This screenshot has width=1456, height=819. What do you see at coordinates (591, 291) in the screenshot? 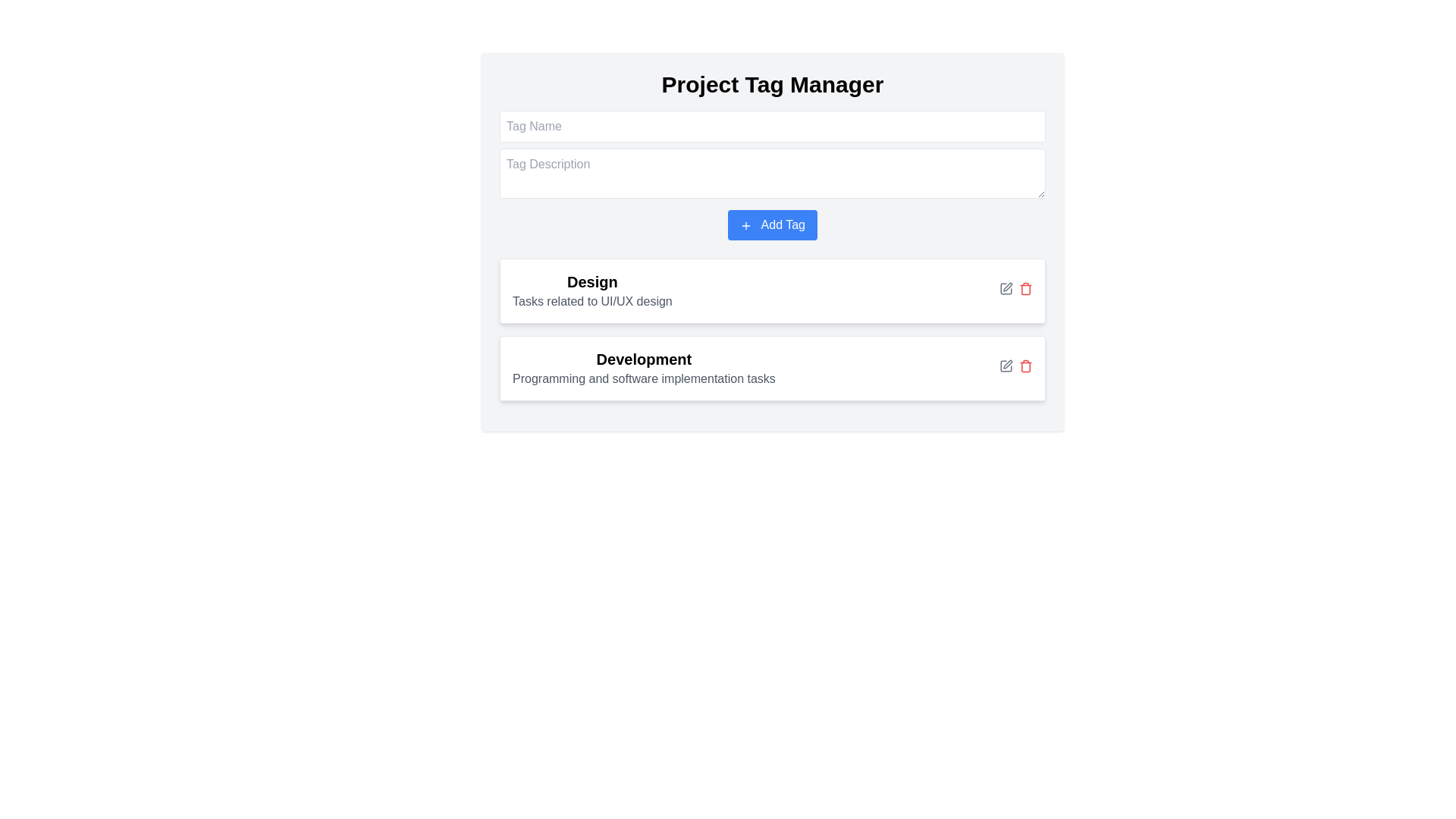
I see `the text label displaying 'Design' in bold, large font with the description 'Tasks related to UI/UX design' underneath, located in the first card block of the 'Project Tag Manager'` at bounding box center [591, 291].